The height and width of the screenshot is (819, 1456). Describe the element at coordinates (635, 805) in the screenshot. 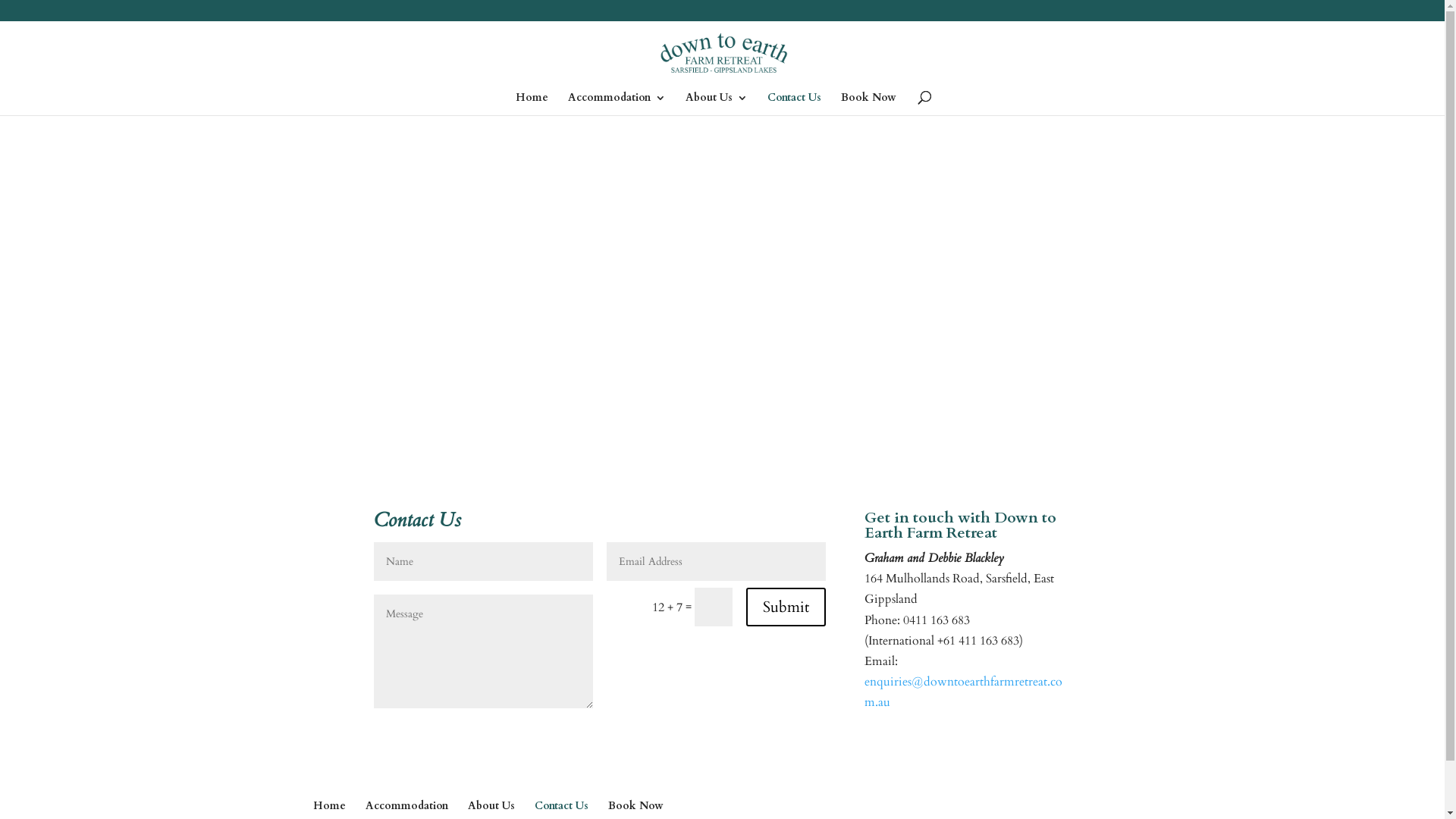

I see `'Book Now'` at that location.